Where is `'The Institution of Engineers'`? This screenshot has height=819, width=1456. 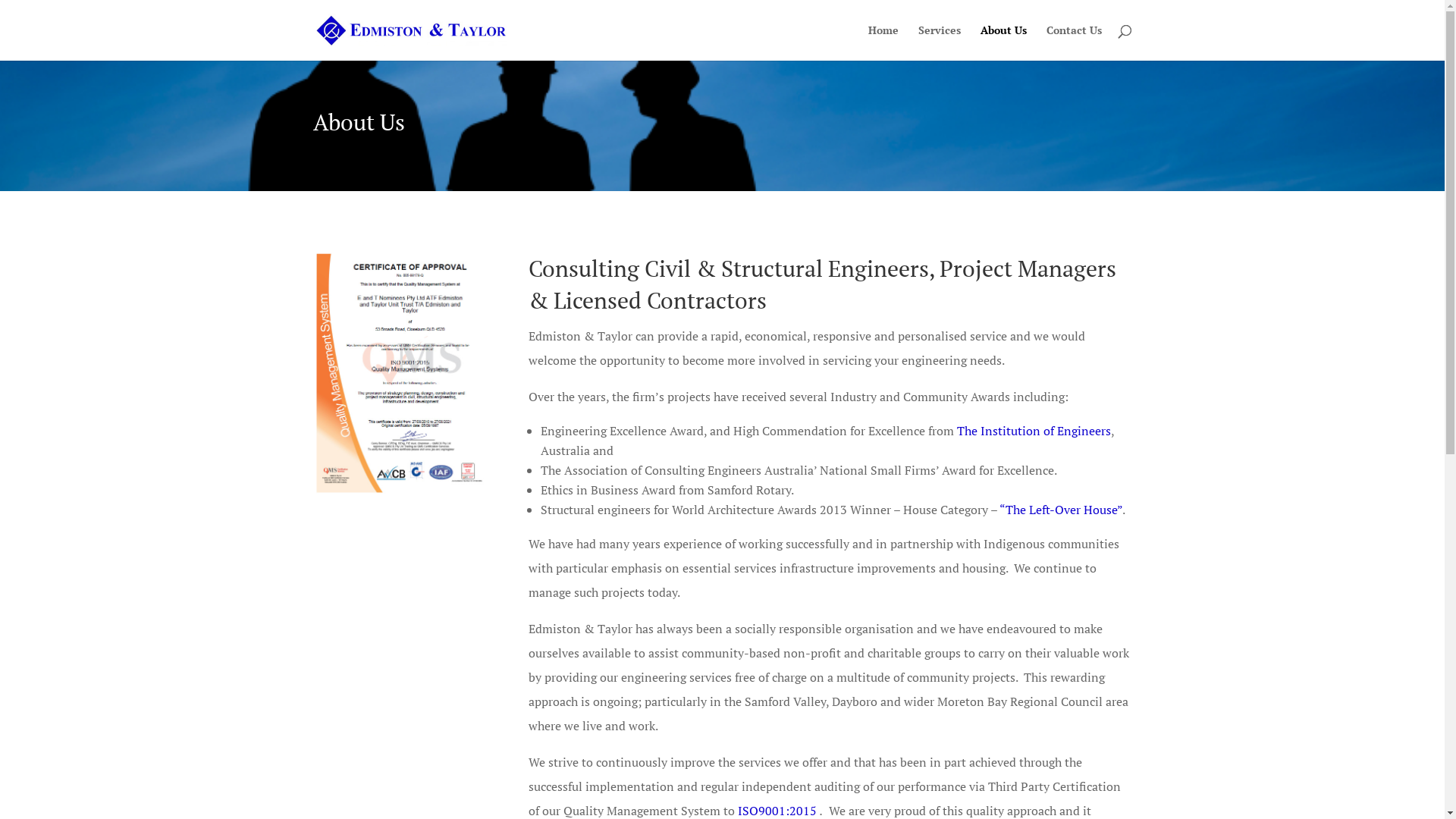
'The Institution of Engineers' is located at coordinates (1033, 430).